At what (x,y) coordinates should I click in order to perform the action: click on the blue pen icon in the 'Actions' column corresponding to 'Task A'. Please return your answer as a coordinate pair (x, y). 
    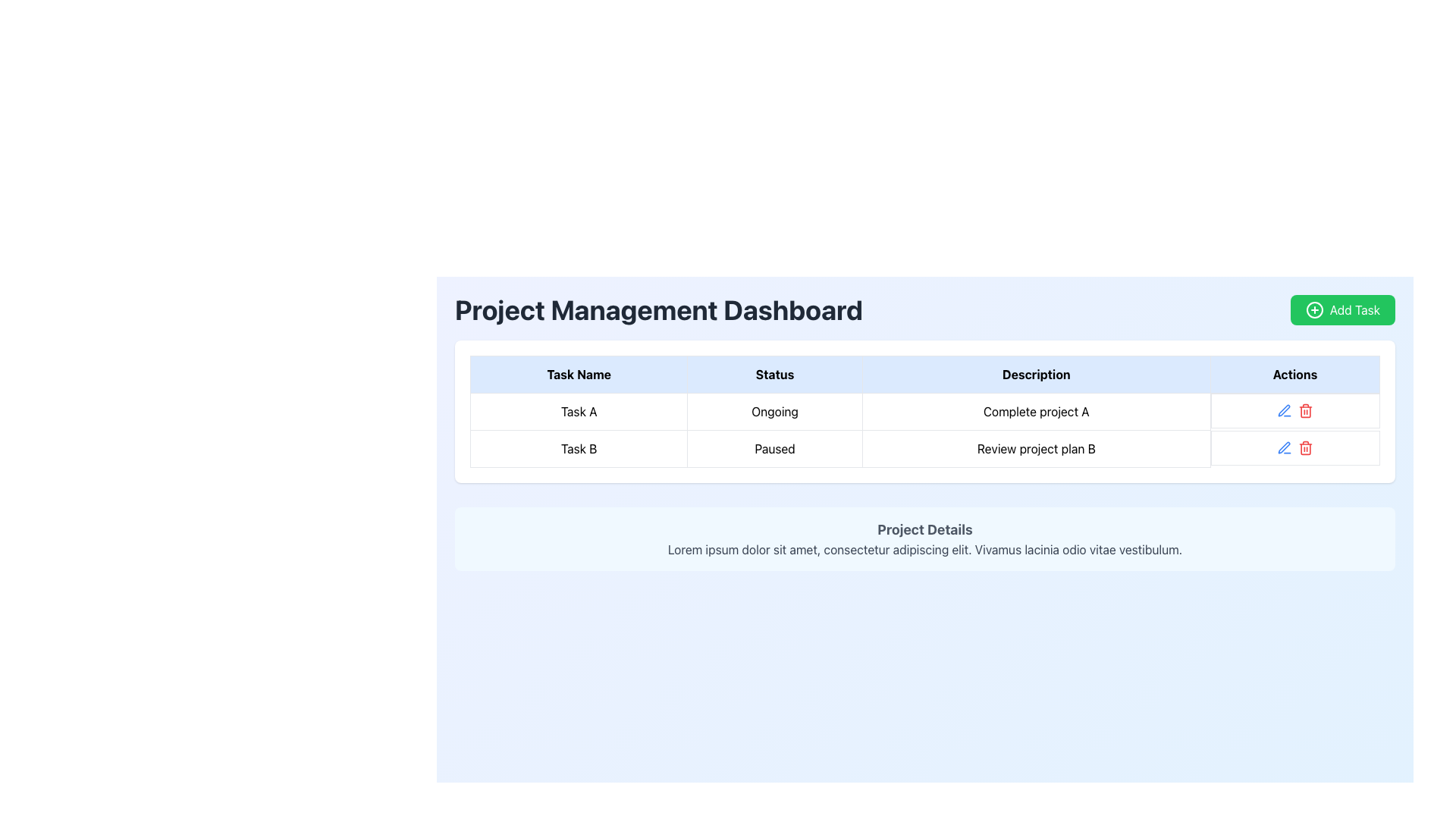
    Looking at the image, I should click on (1284, 447).